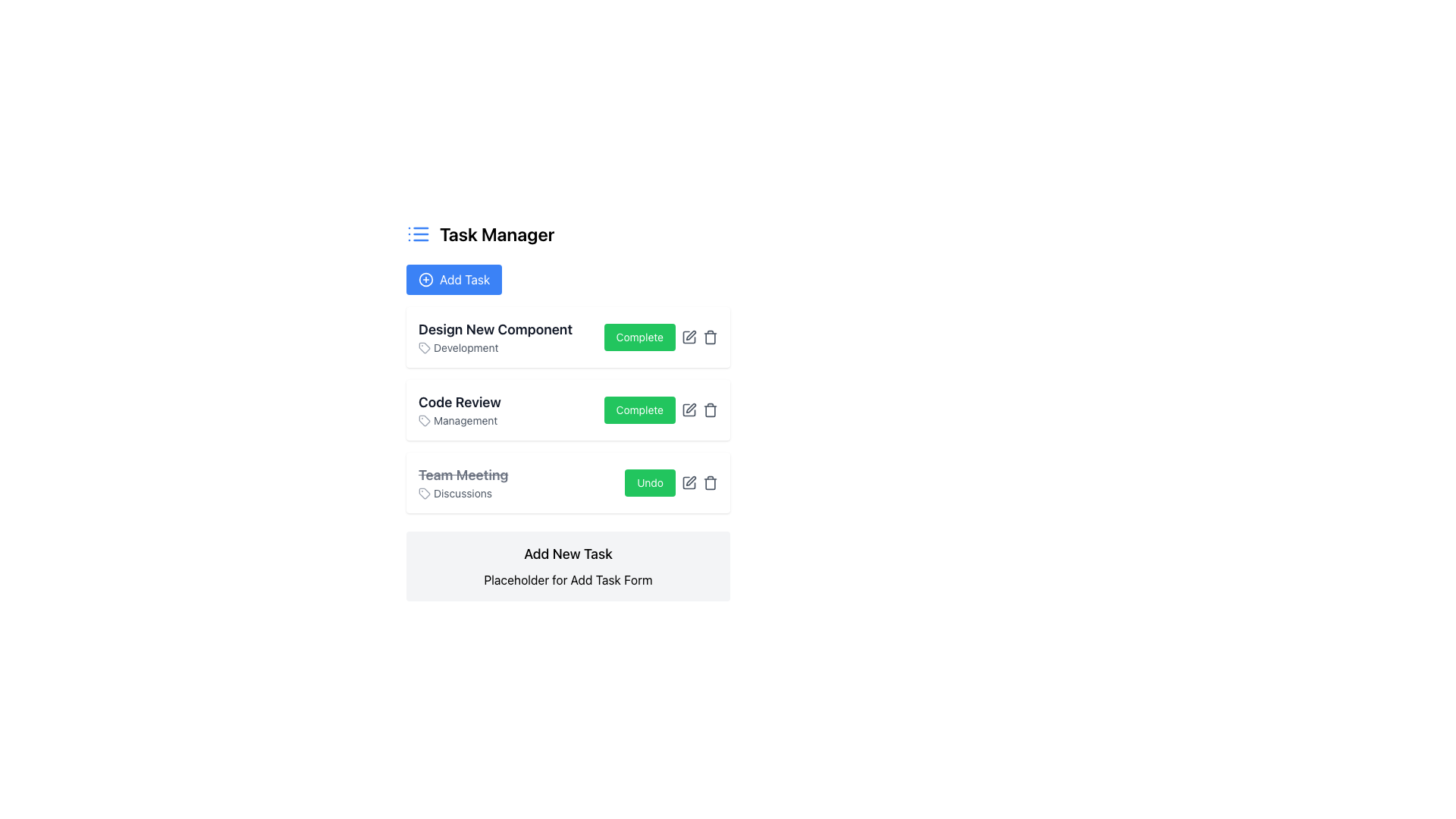  I want to click on the 'Discussions' label, which is styled in a small font size with a light gray color and has a tag icon on its left, located below the 'Team Meeting' text, so click(463, 494).